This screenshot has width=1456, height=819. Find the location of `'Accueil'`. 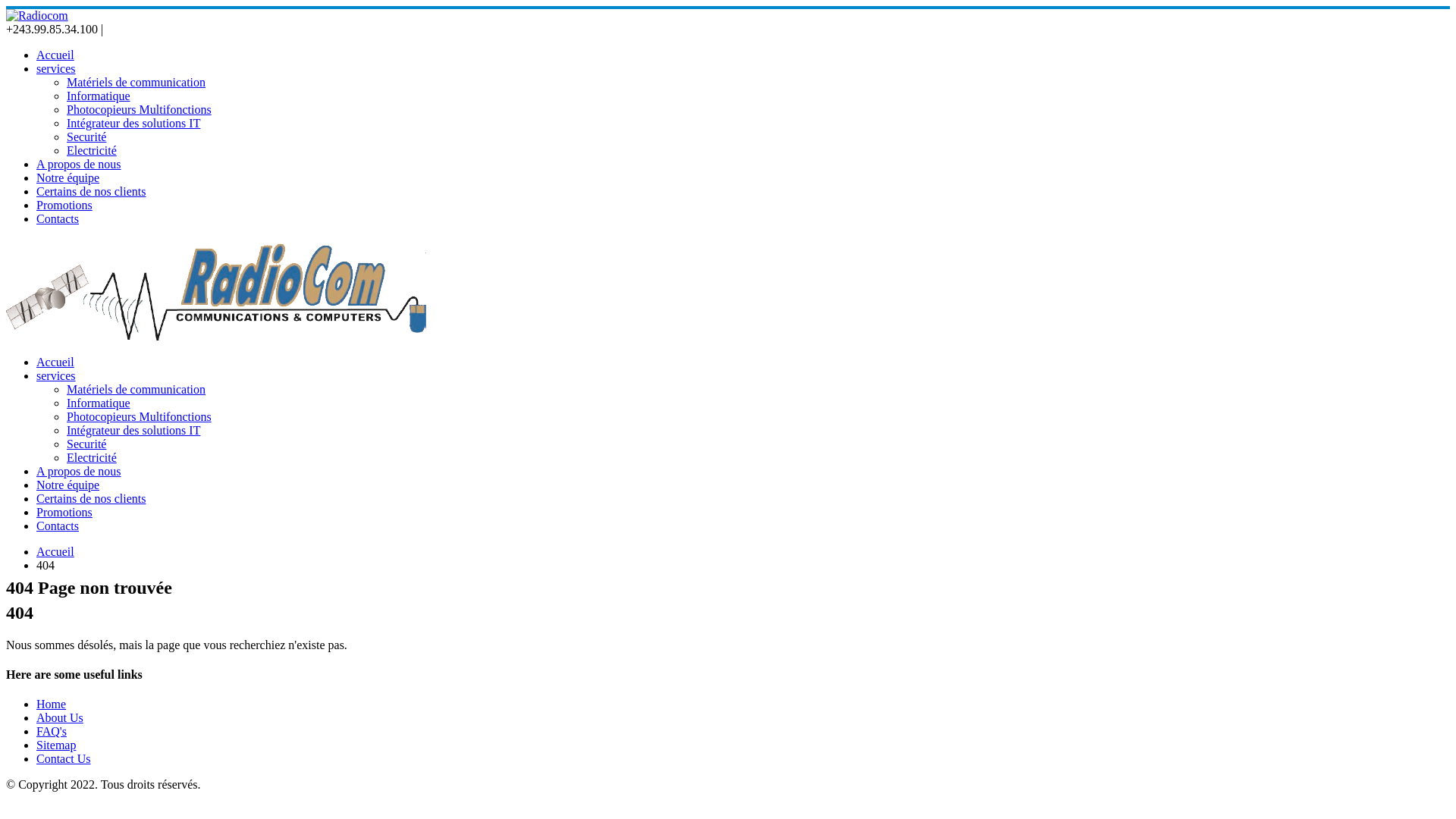

'Accueil' is located at coordinates (55, 362).